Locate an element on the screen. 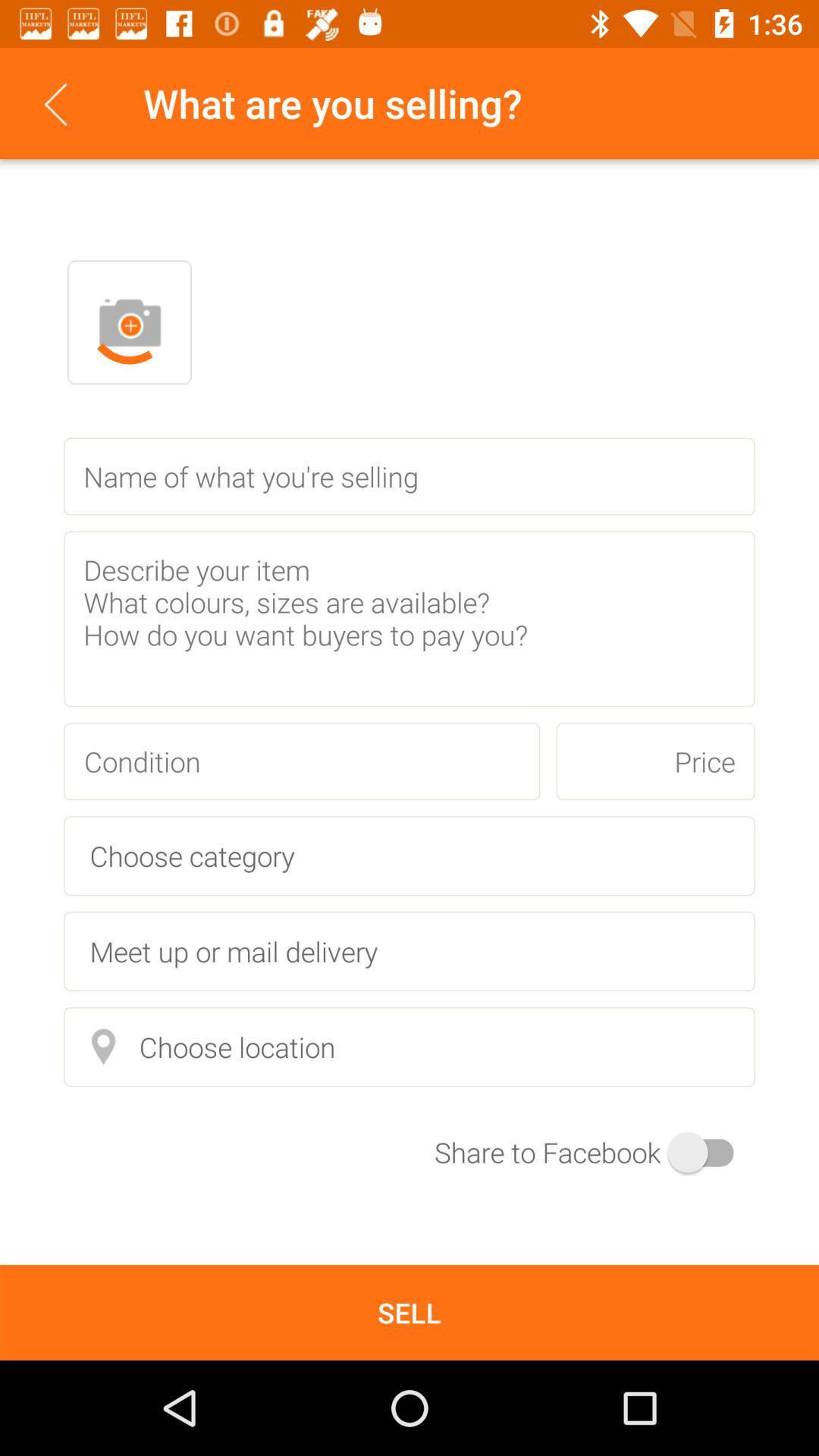  the item below the meet up or is located at coordinates (409, 1046).